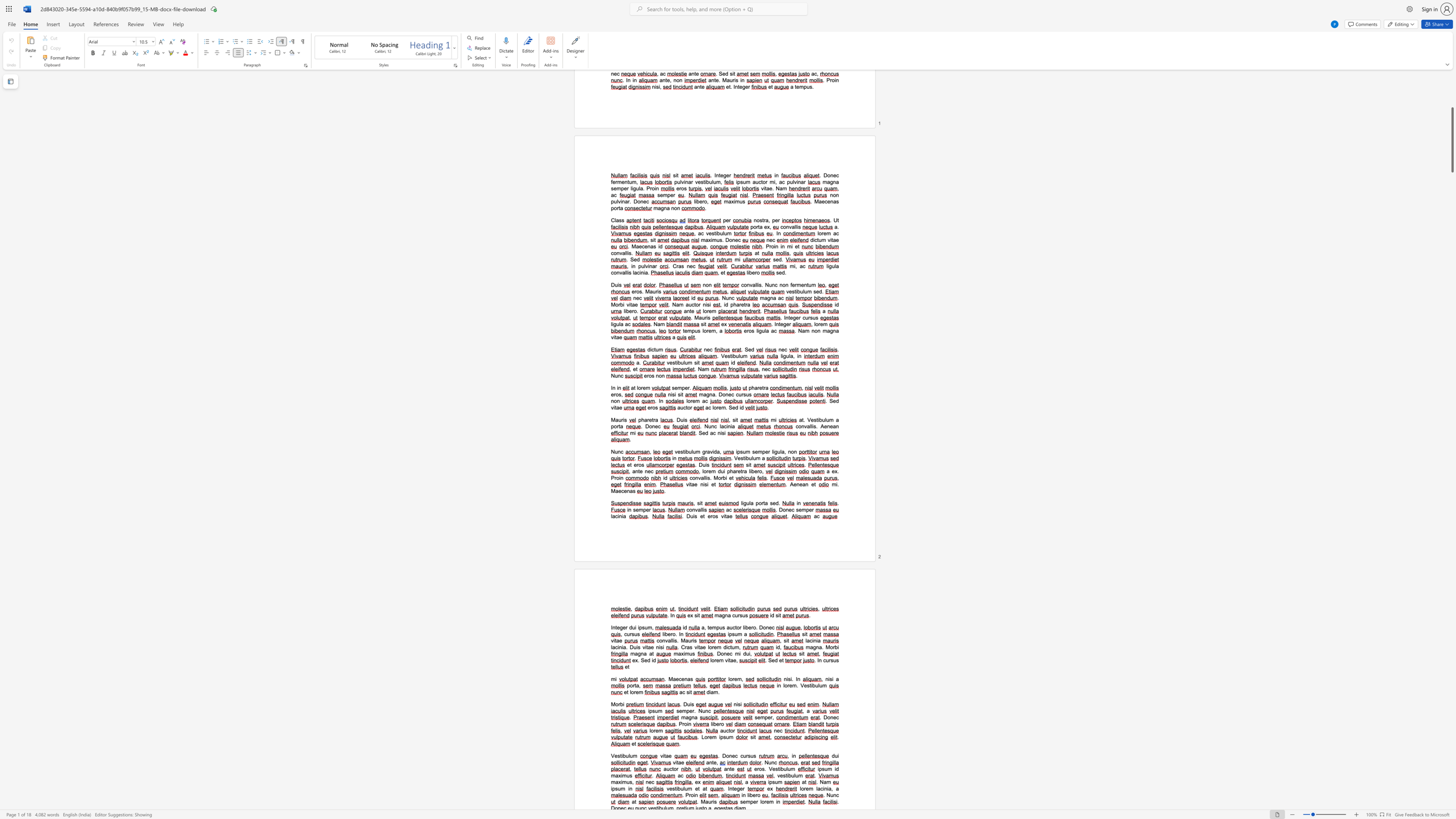  What do you see at coordinates (647, 627) in the screenshot?
I see `the space between the continuous character "u" and "m" in the text` at bounding box center [647, 627].